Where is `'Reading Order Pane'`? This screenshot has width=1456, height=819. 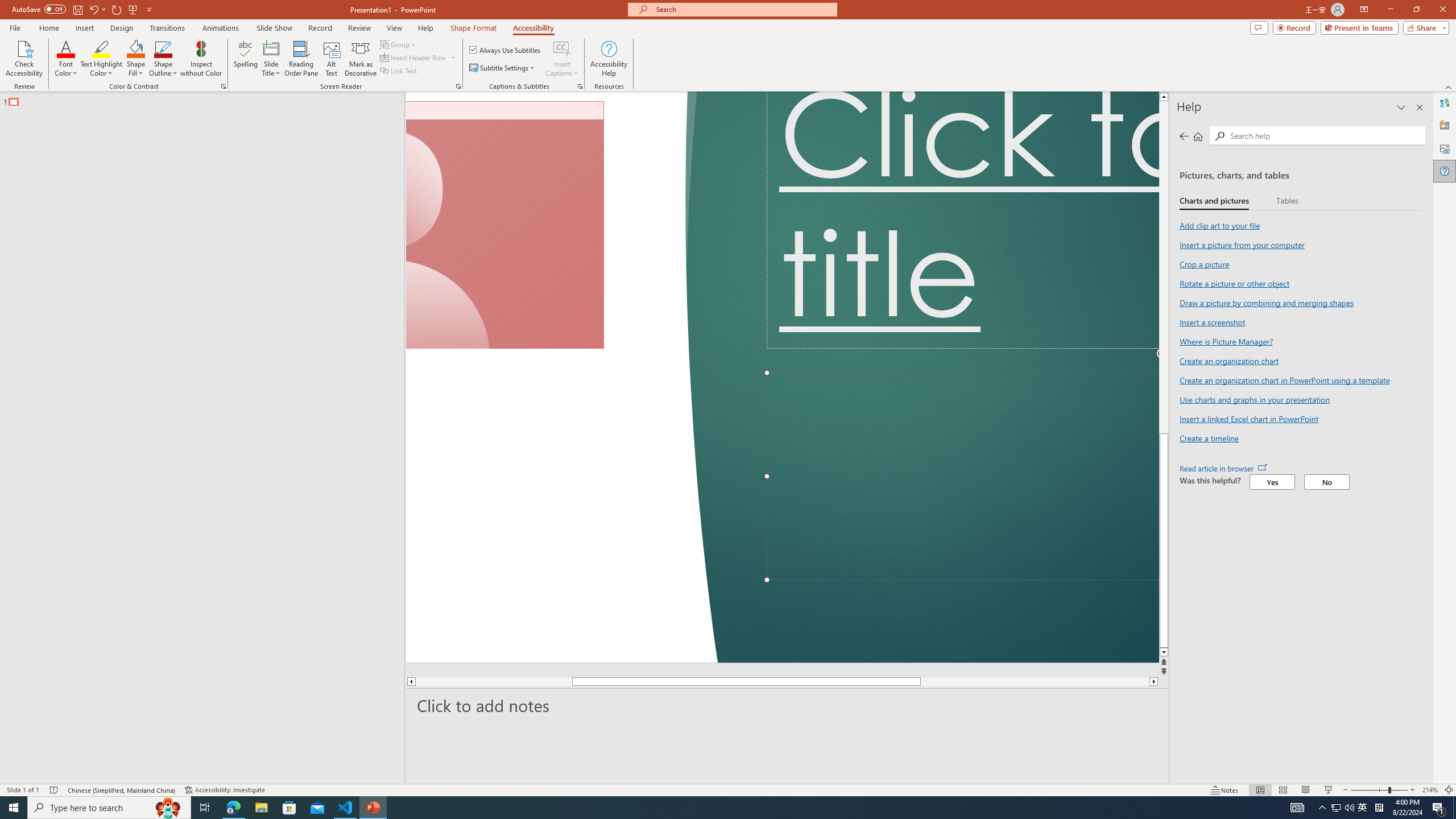
'Reading Order Pane' is located at coordinates (301, 59).